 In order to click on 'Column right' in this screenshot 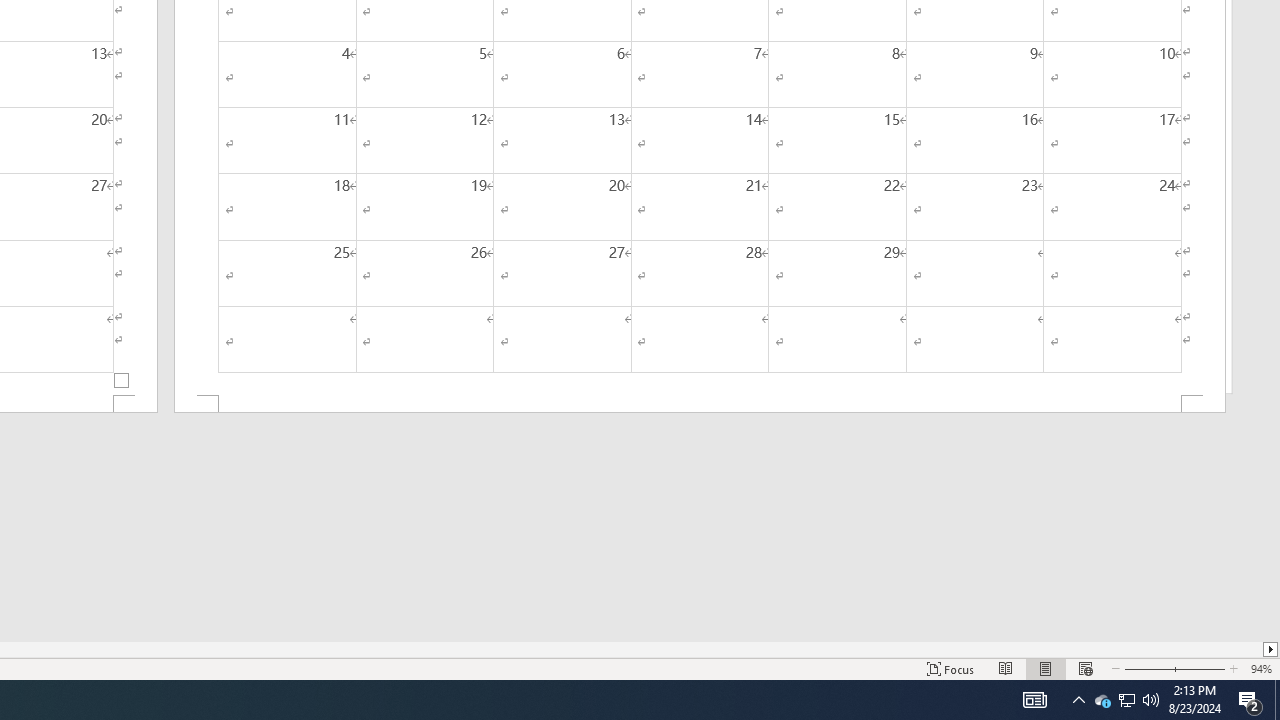, I will do `click(1270, 649)`.